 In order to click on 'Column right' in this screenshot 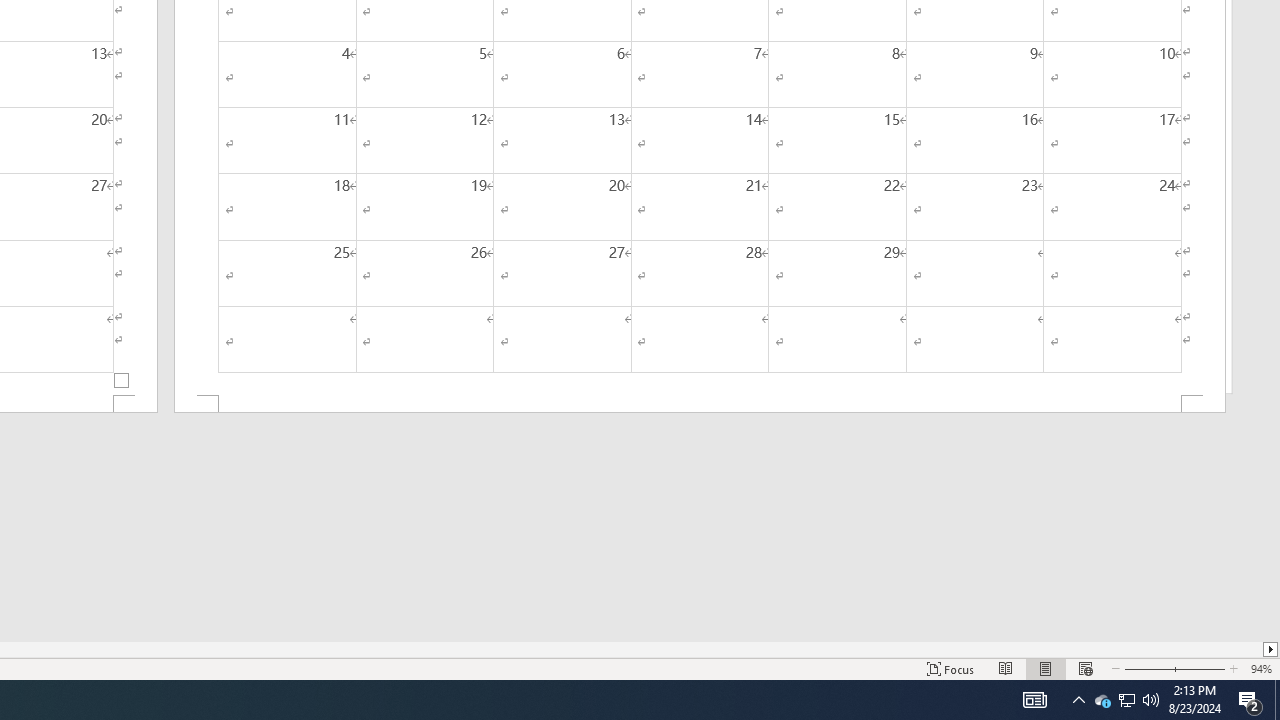, I will do `click(1270, 649)`.